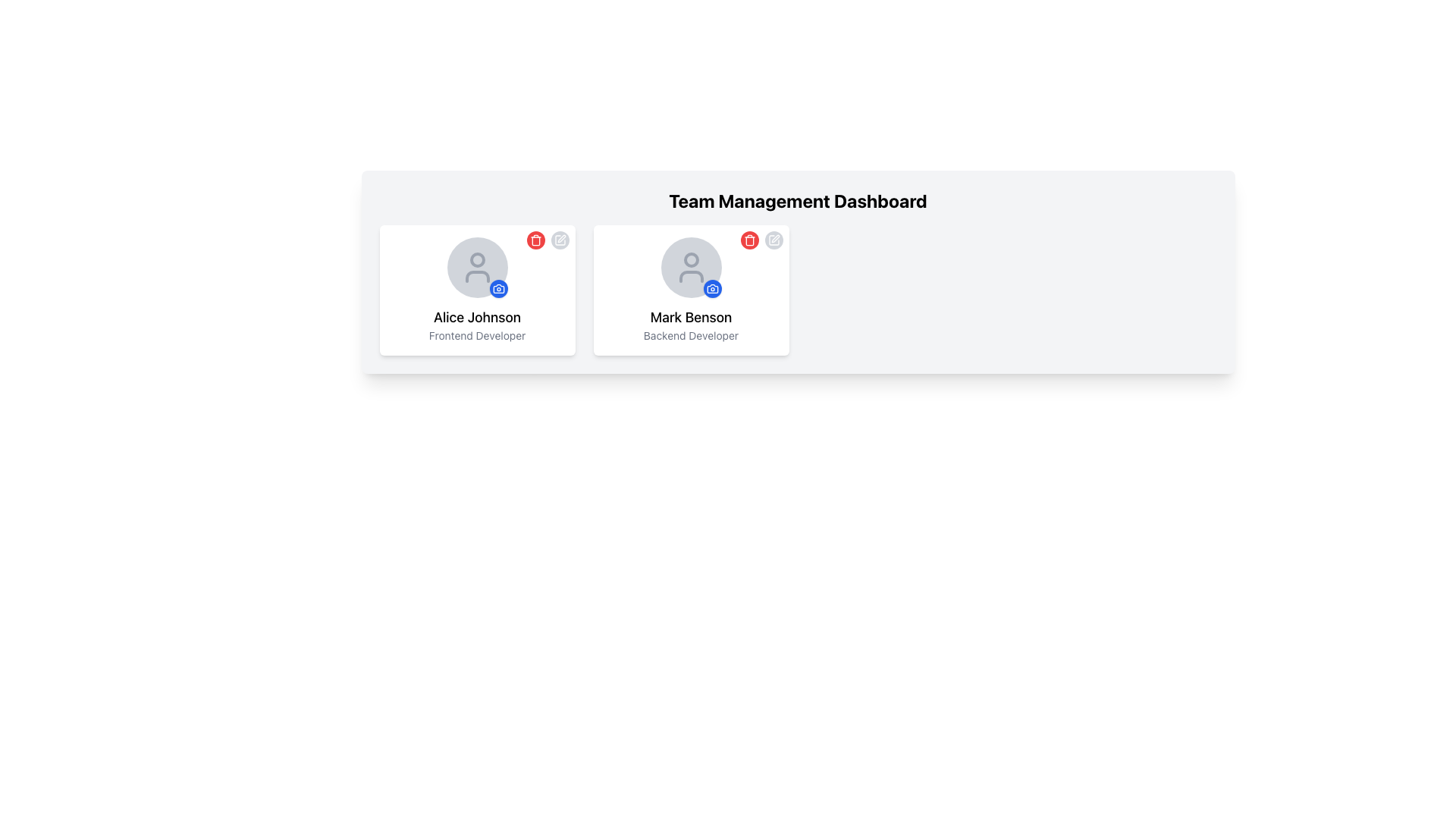 The height and width of the screenshot is (819, 1456). I want to click on the text label displaying 'Mark Benson', which is the second text label in the profile card, positioned beneath the avatar icon and above the label 'Backend Developer', so click(690, 317).